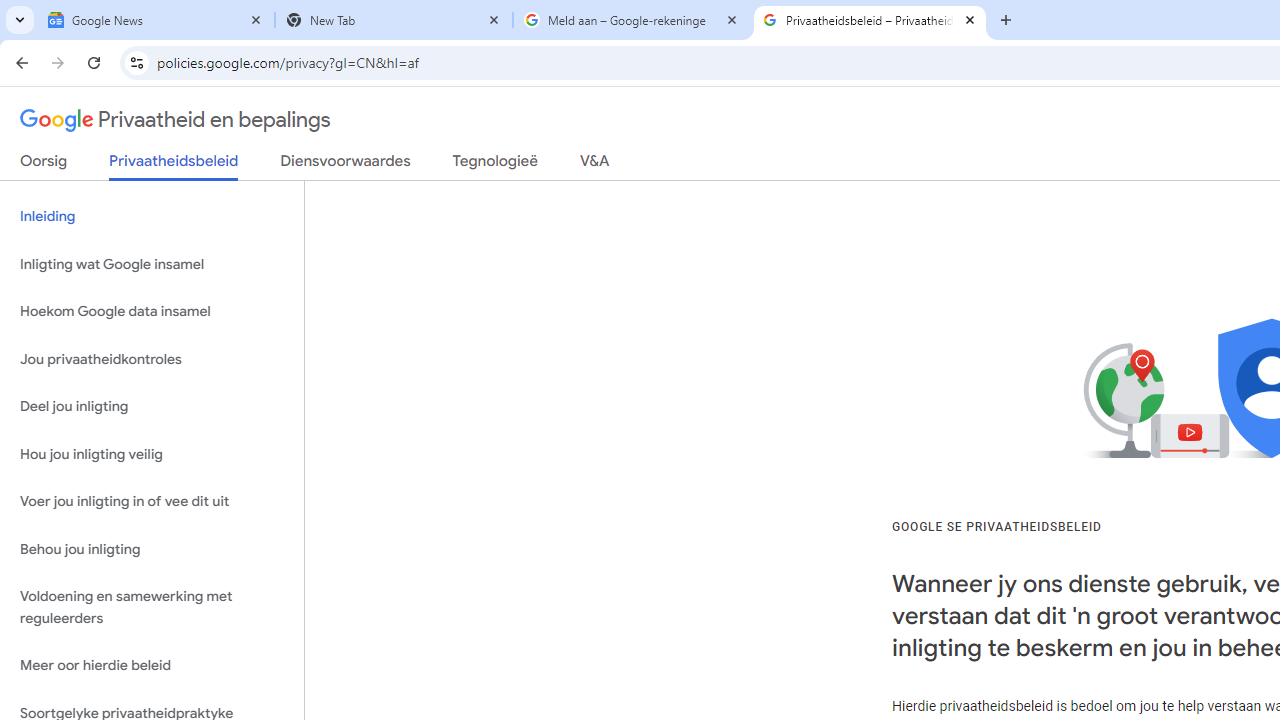 The image size is (1280, 720). I want to click on 'Privaatheidsbeleid', so click(174, 165).